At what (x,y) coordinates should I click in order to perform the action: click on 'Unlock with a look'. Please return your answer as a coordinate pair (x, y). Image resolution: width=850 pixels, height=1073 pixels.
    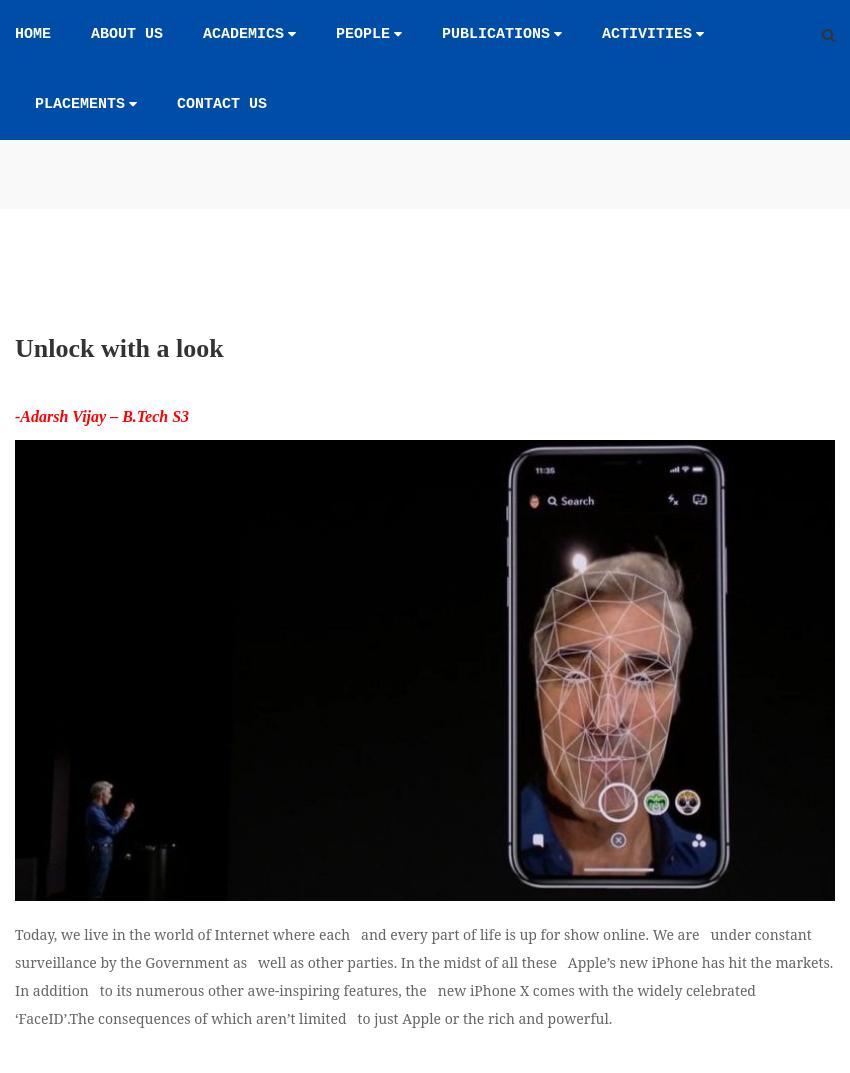
    Looking at the image, I should click on (118, 453).